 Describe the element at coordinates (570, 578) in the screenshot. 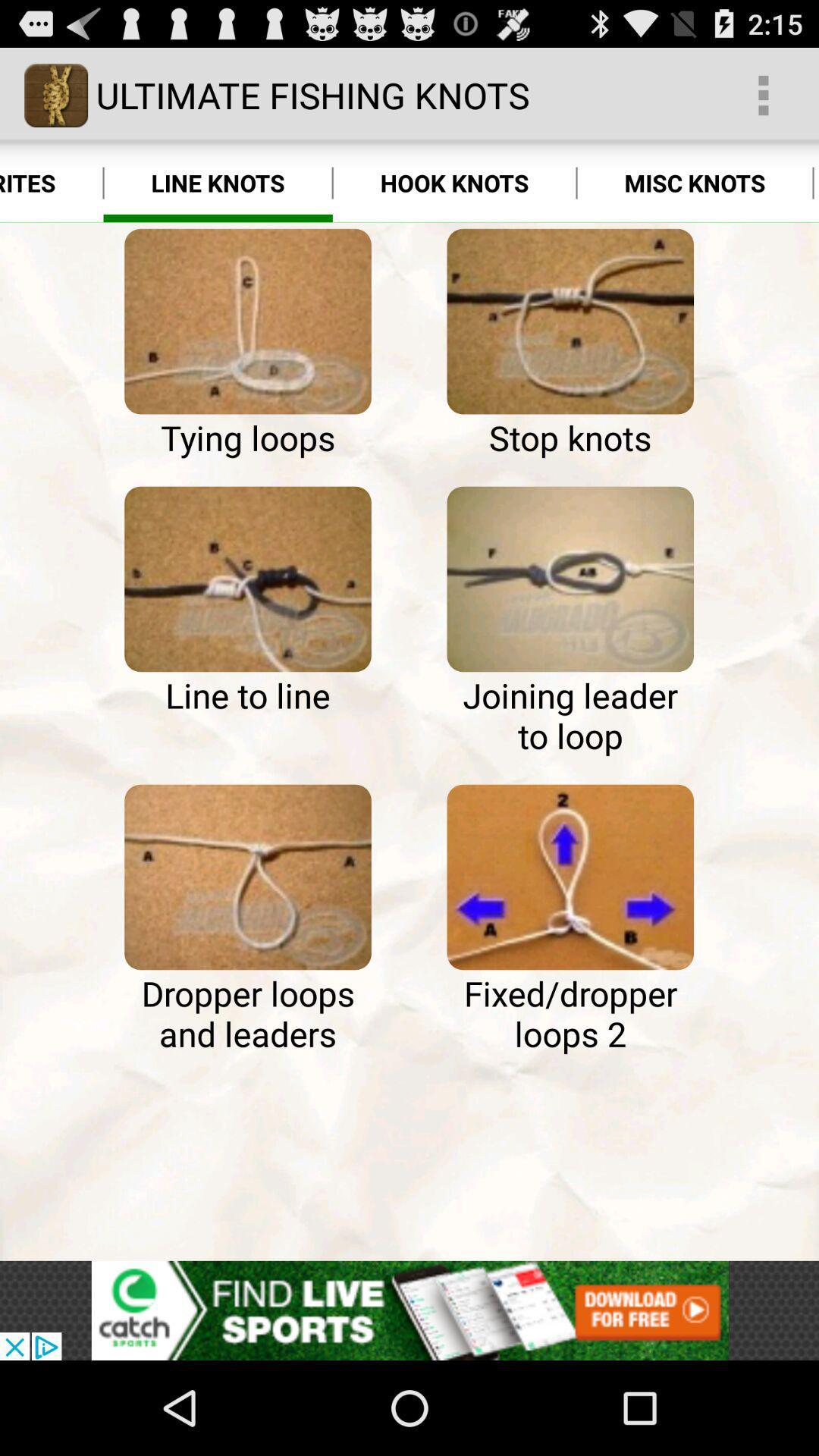

I see `display picture` at that location.